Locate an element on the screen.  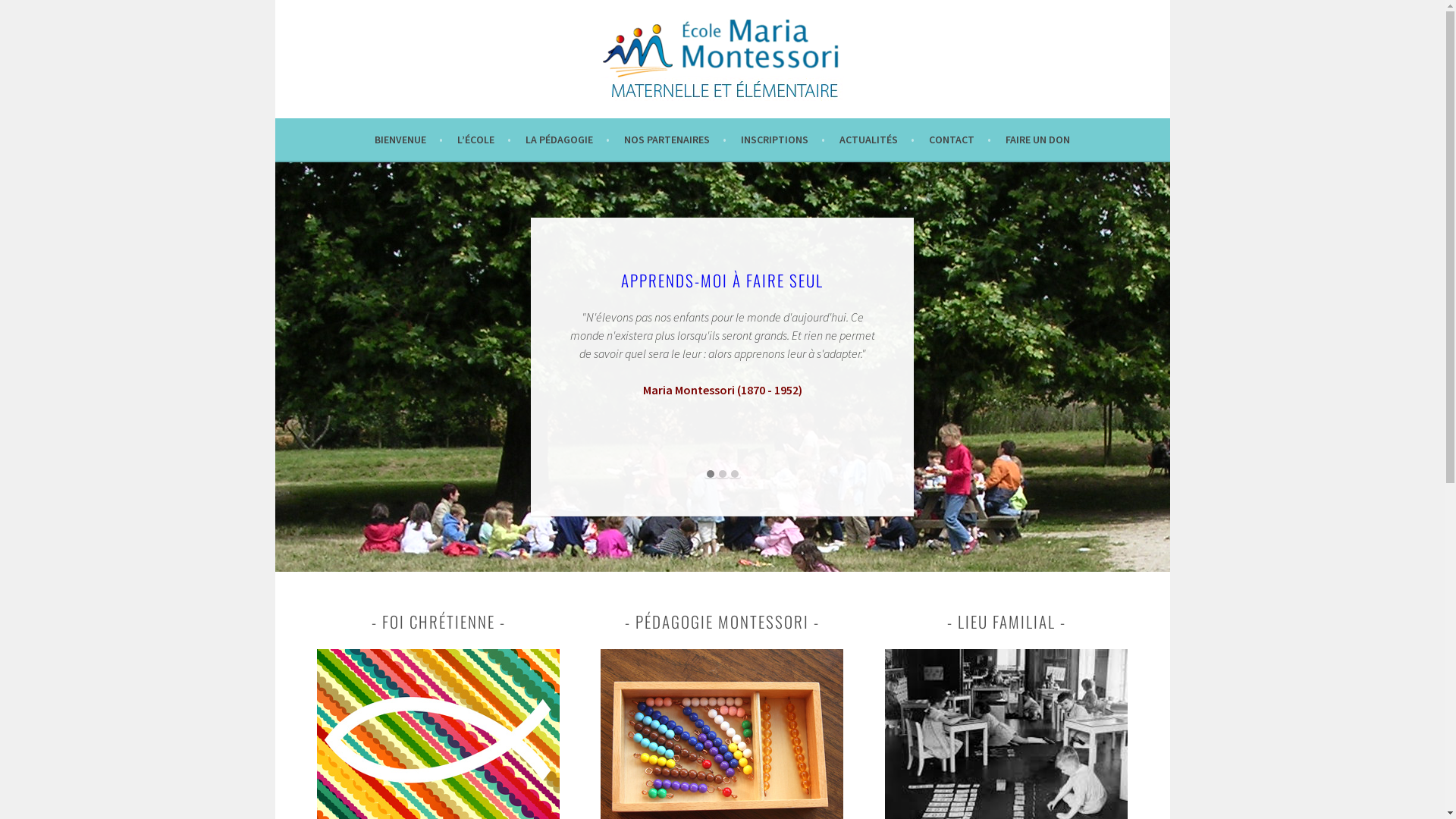
'BIENVENUE' is located at coordinates (408, 140).